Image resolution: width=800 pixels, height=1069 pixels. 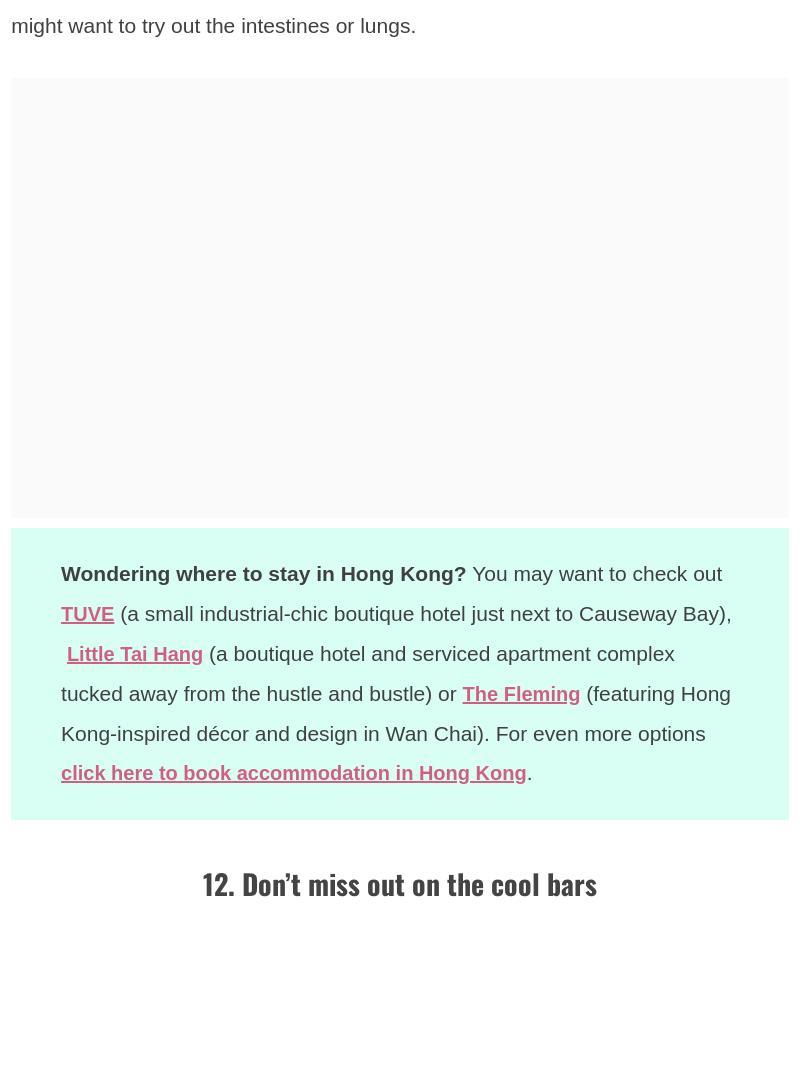 I want to click on '(a boutique hotel and serviced apartment complex tucked away from the hustle and bustle) or', so click(x=59, y=671).